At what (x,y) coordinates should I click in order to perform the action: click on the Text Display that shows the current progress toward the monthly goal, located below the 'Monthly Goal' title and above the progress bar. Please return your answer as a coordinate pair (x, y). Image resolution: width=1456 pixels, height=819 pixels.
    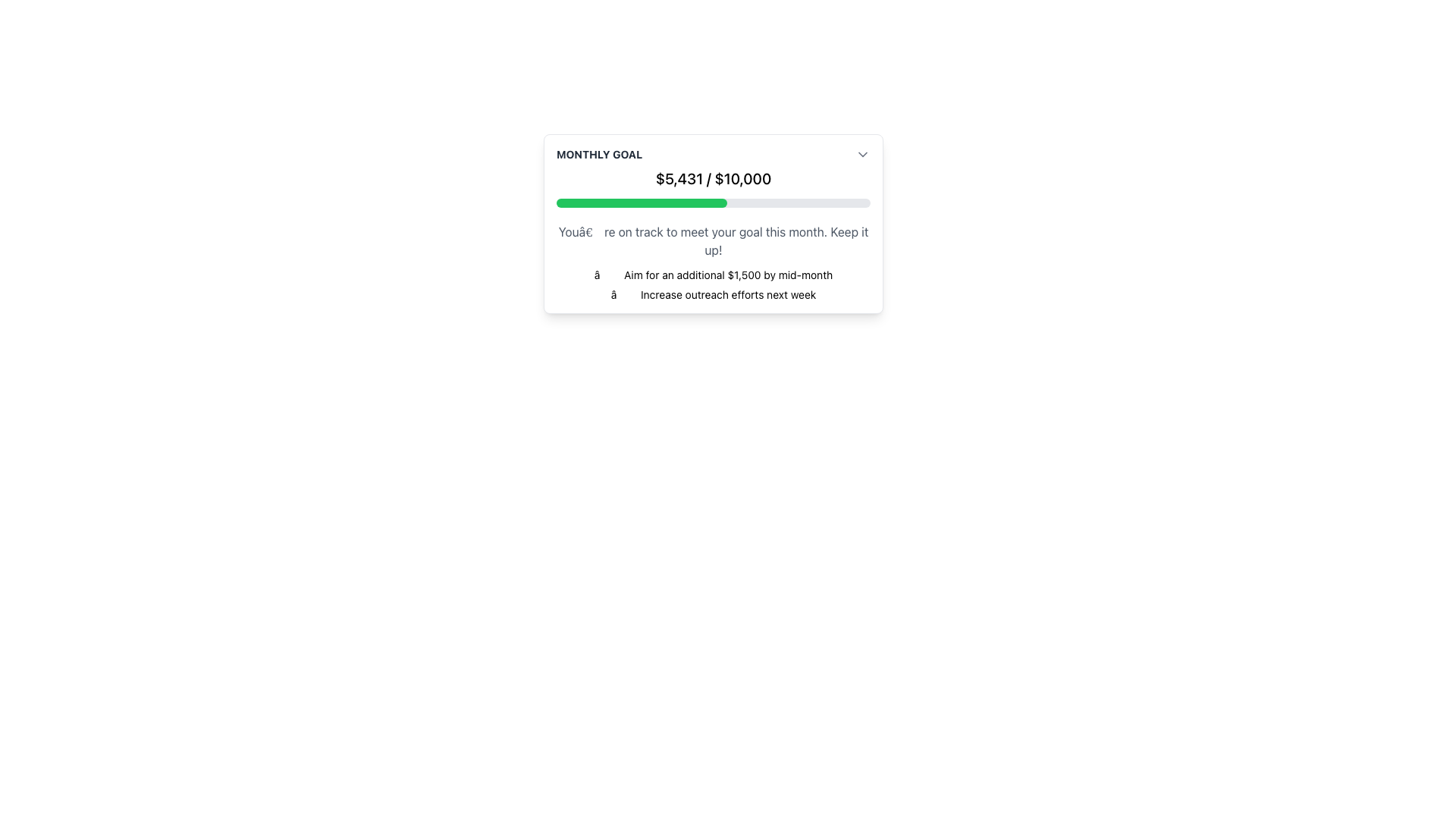
    Looking at the image, I should click on (712, 177).